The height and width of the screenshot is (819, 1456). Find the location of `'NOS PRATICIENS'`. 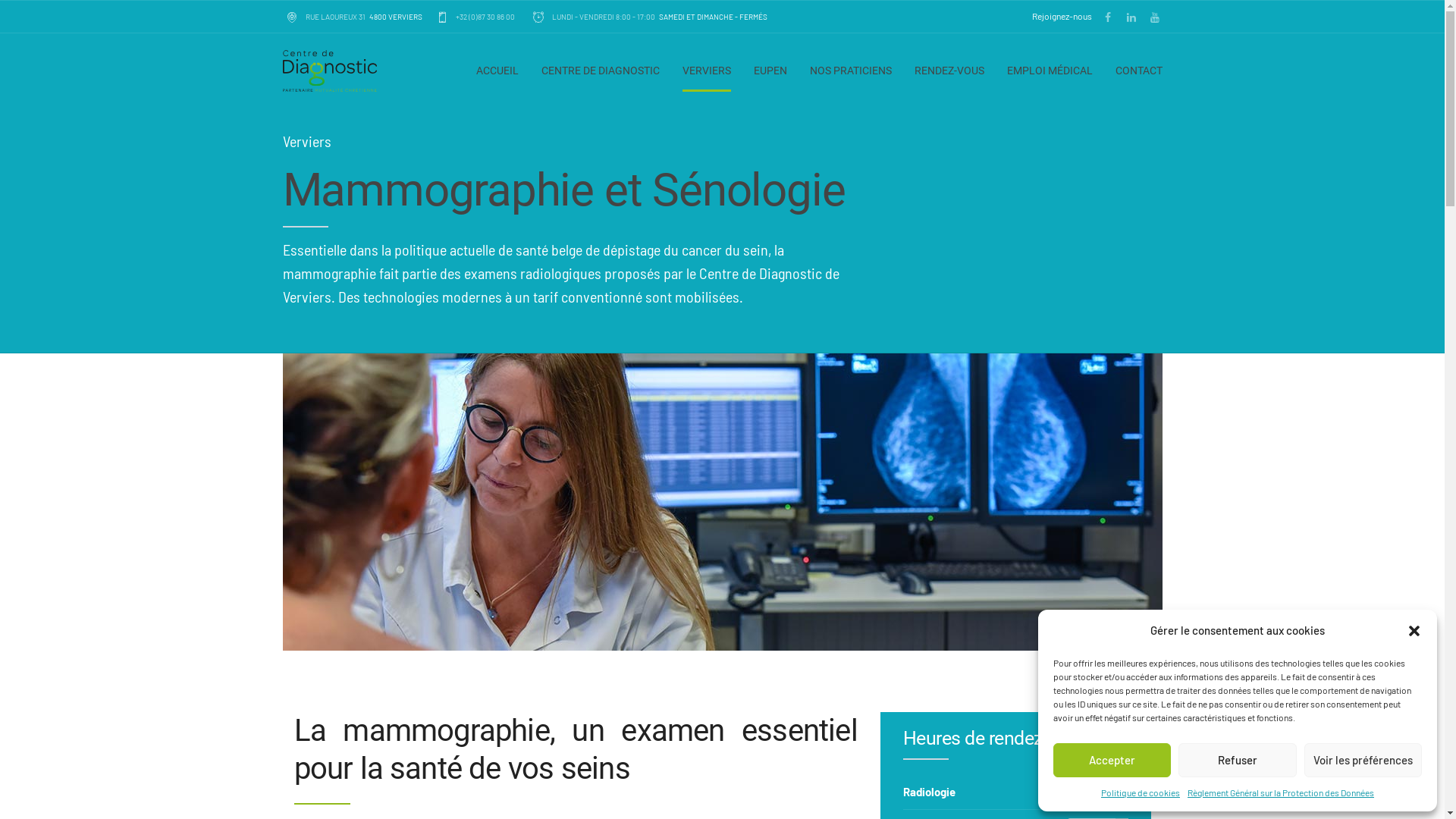

'NOS PRATICIENS' is located at coordinates (851, 71).